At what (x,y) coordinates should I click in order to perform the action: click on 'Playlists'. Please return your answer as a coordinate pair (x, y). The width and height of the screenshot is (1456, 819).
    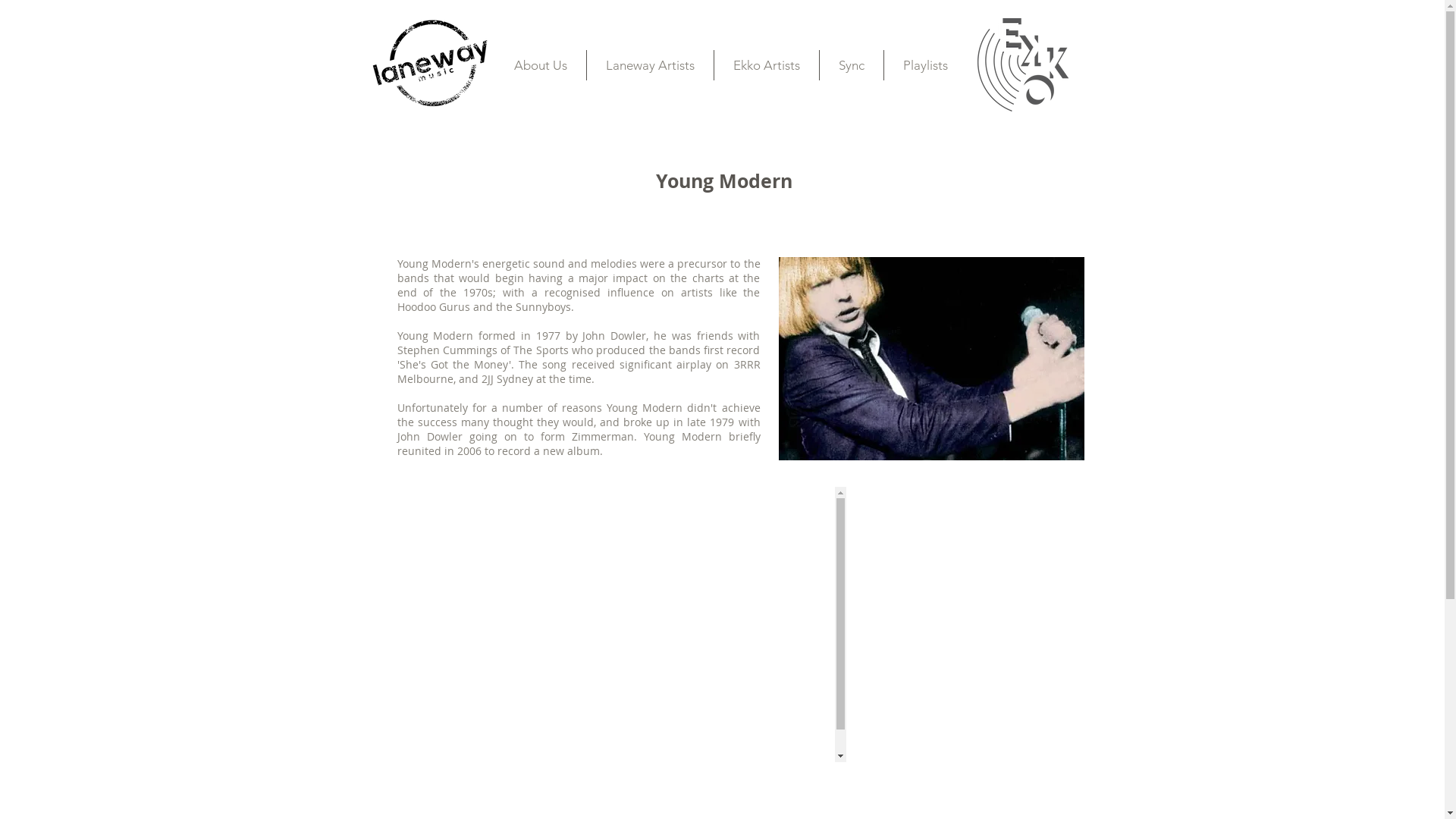
    Looking at the image, I should click on (924, 64).